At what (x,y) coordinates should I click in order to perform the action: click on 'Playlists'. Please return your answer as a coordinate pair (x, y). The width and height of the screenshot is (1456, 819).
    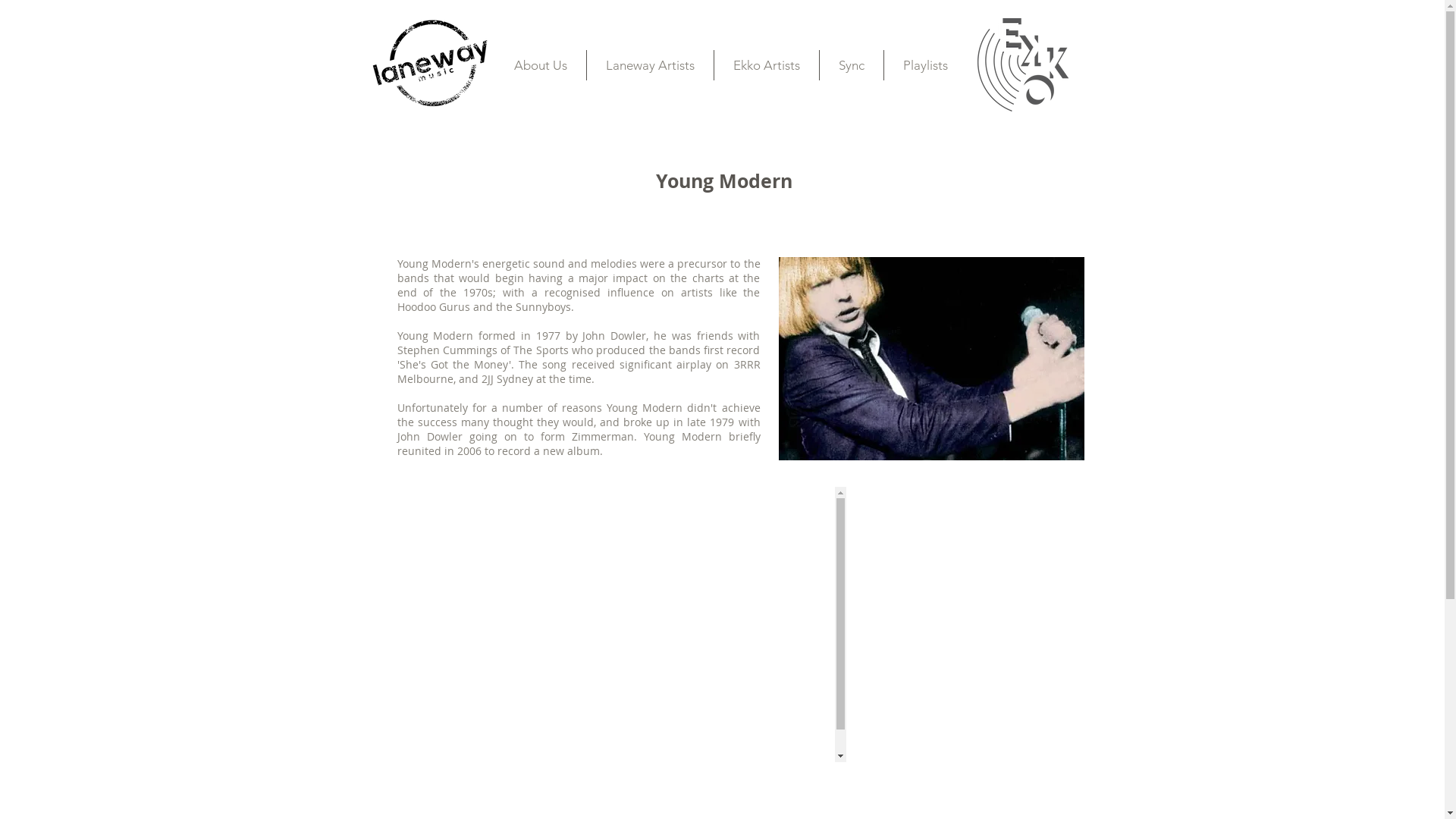
    Looking at the image, I should click on (924, 64).